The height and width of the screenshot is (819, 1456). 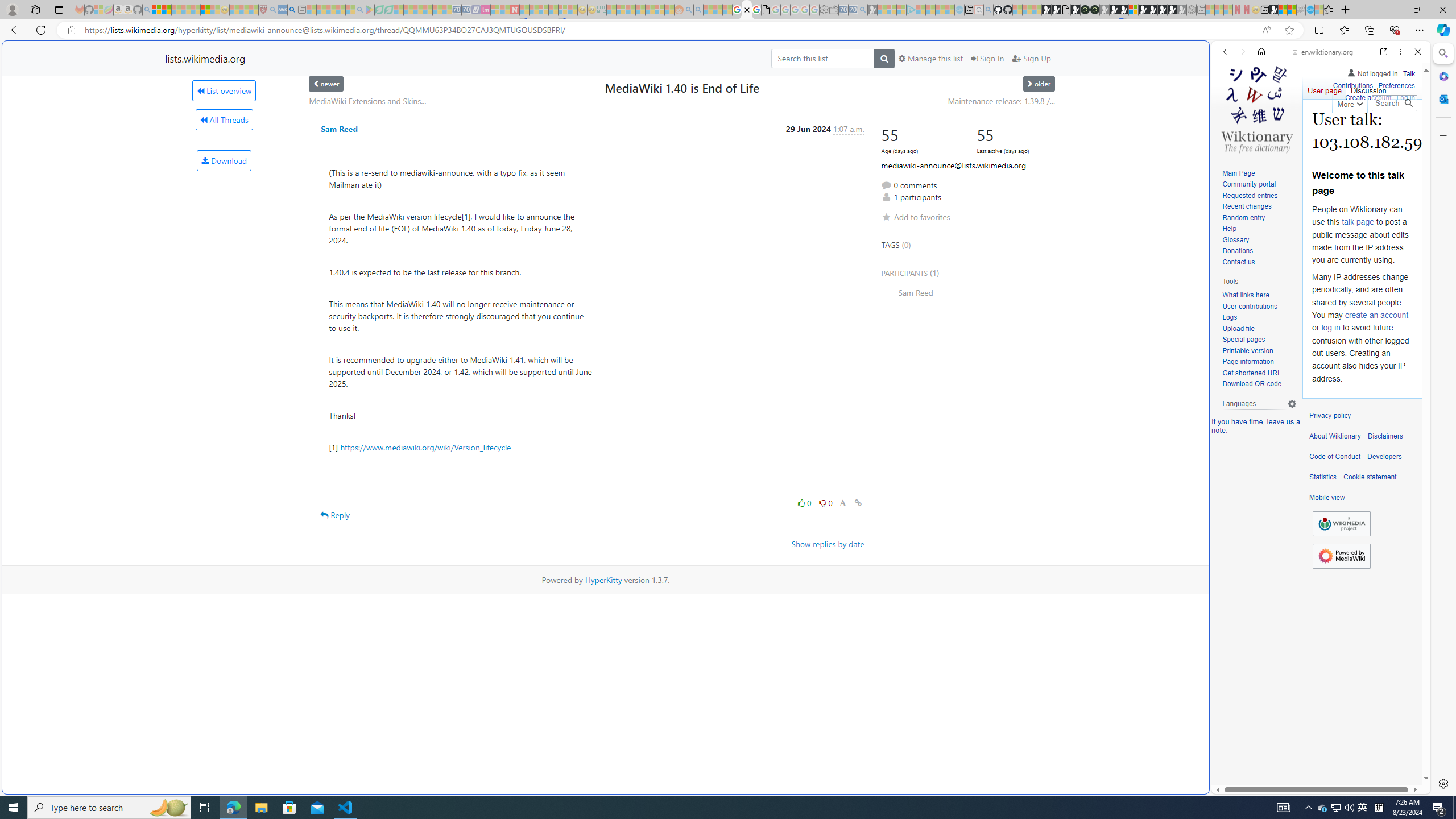 I want to click on 'Page information', so click(x=1247, y=361).